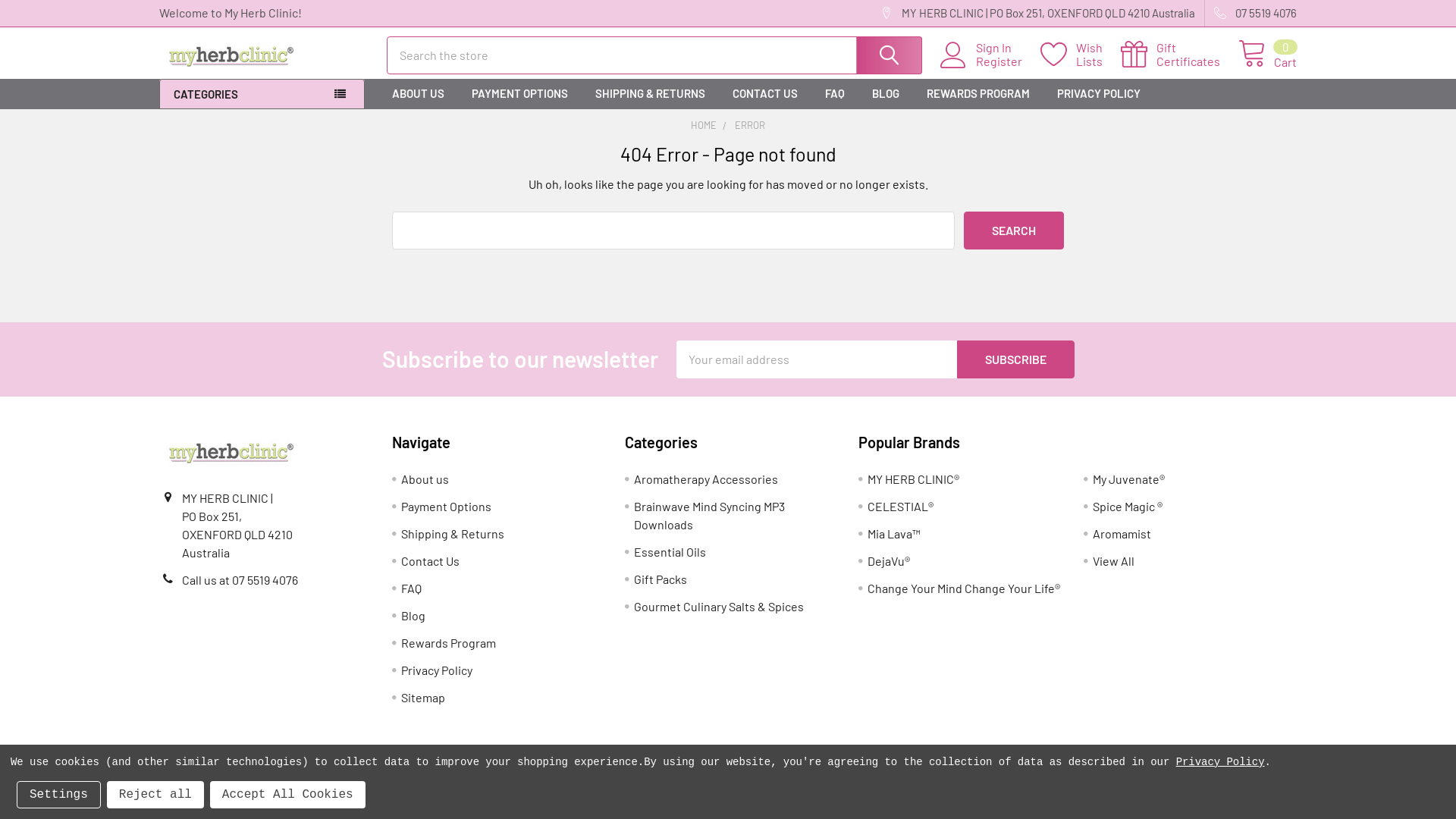 The width and height of the screenshot is (1456, 819). What do you see at coordinates (1203, 13) in the screenshot?
I see `'07 5519 4076'` at bounding box center [1203, 13].